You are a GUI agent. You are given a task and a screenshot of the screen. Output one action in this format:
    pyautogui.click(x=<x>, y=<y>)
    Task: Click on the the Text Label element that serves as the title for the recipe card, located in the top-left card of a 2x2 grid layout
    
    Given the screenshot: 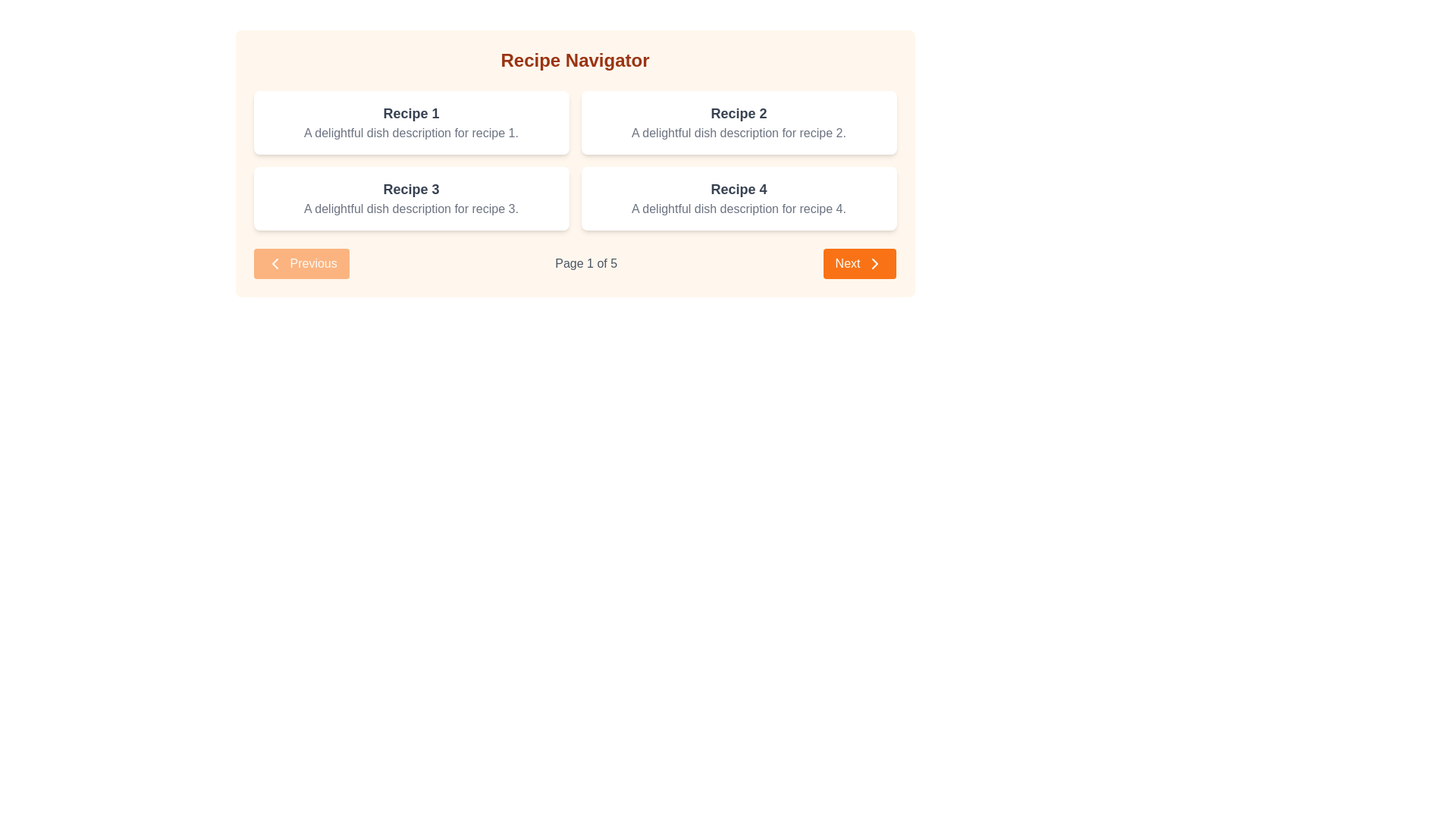 What is the action you would take?
    pyautogui.click(x=411, y=113)
    